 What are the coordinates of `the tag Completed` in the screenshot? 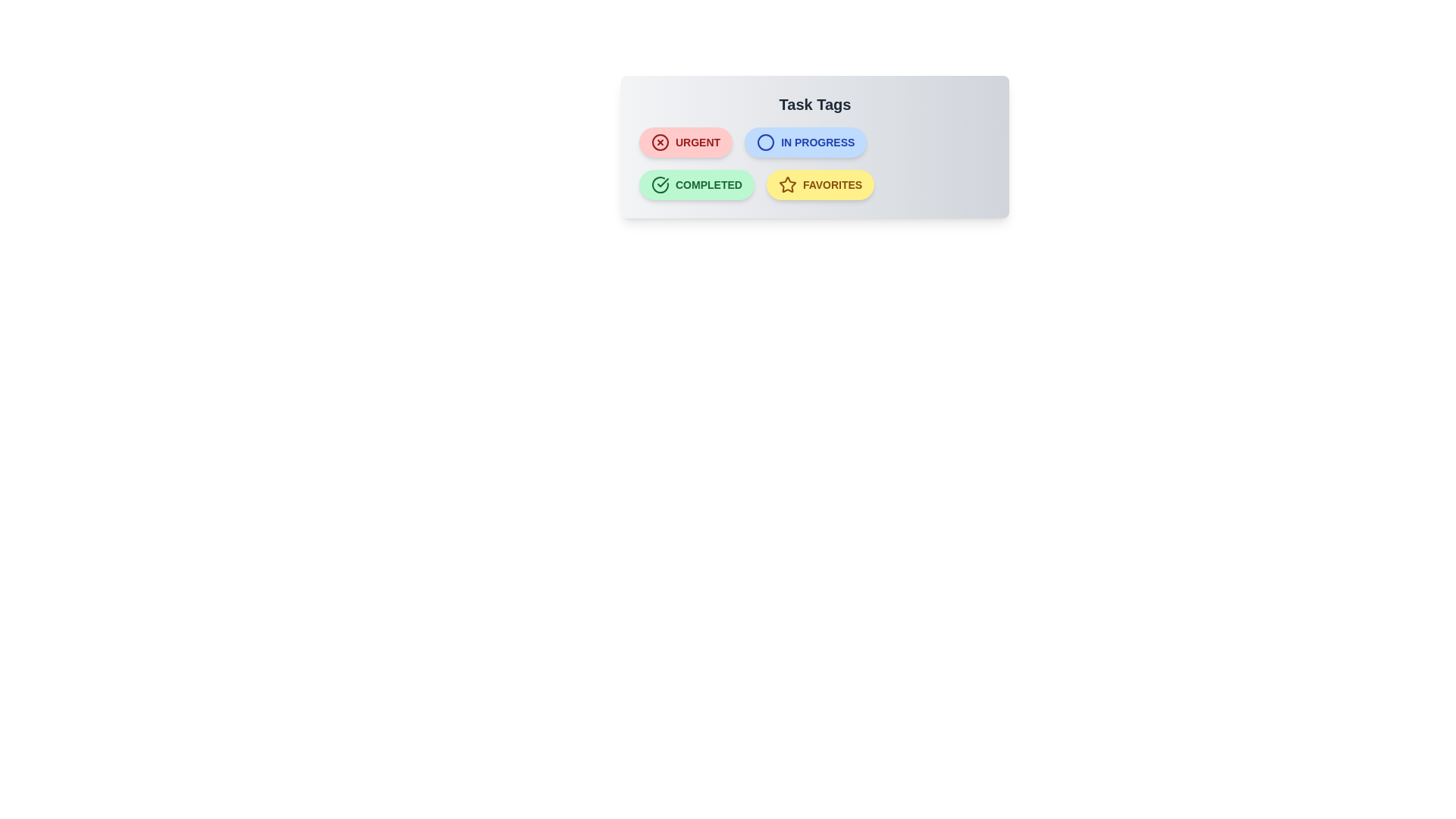 It's located at (695, 184).